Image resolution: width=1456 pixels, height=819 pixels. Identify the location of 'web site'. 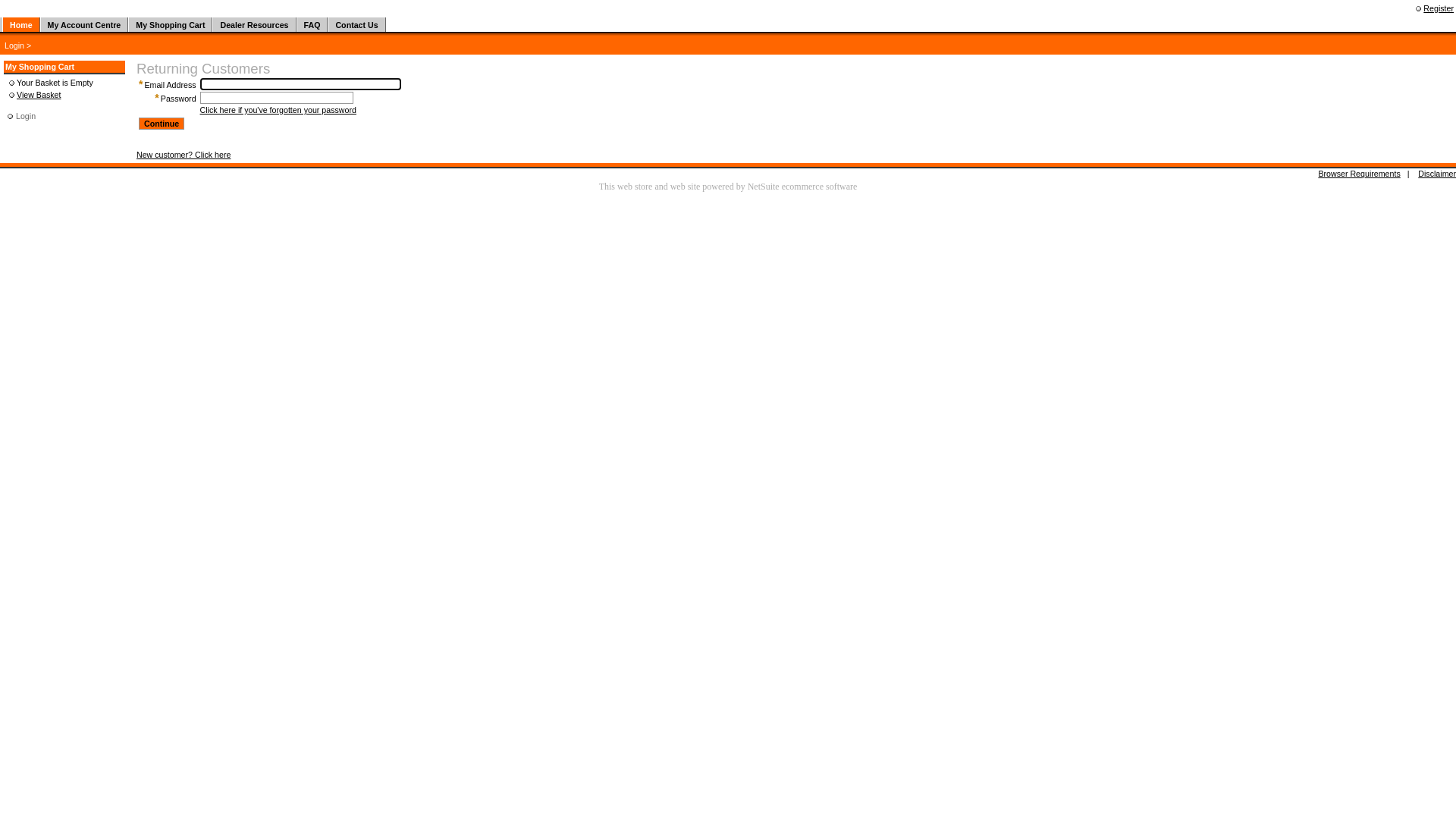
(684, 186).